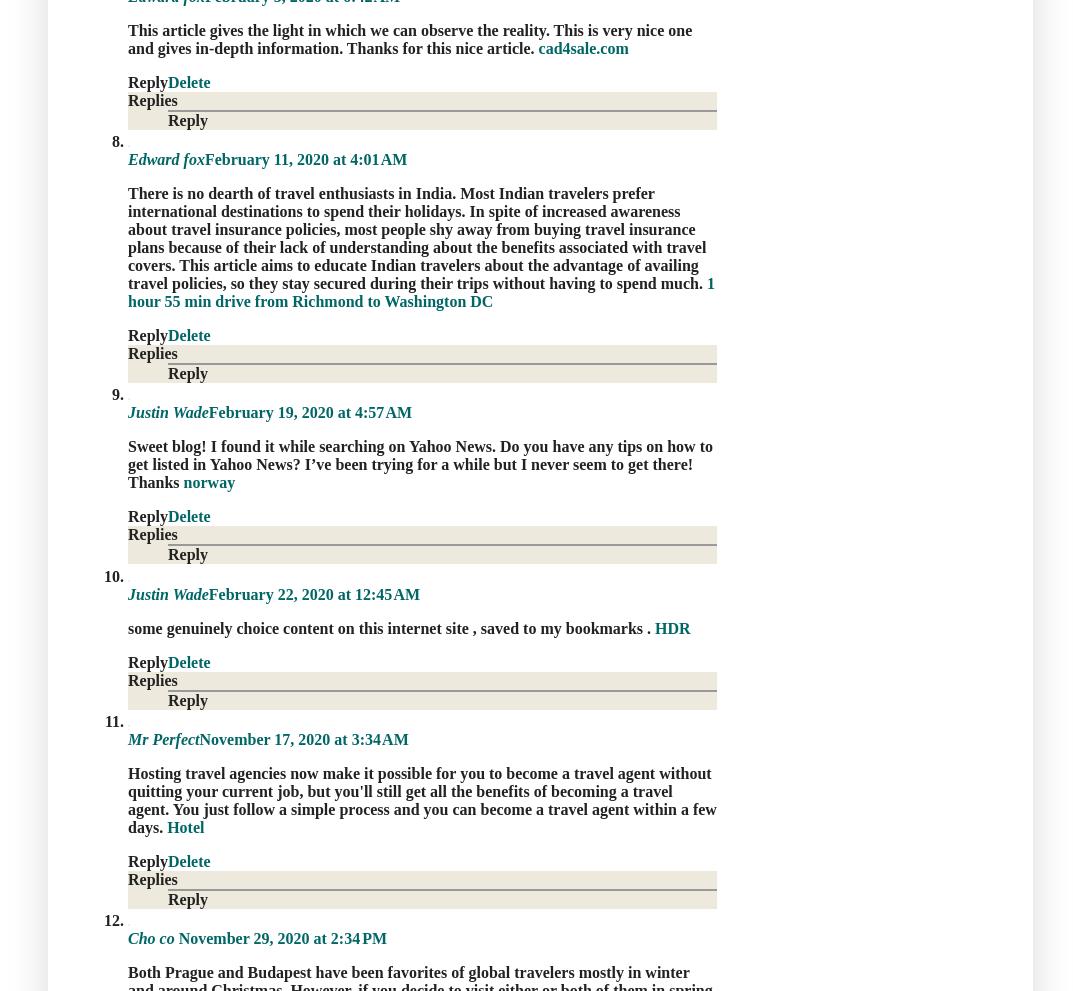 This screenshot has height=991, width=1073. I want to click on 'cad4sale.com', so click(538, 47).